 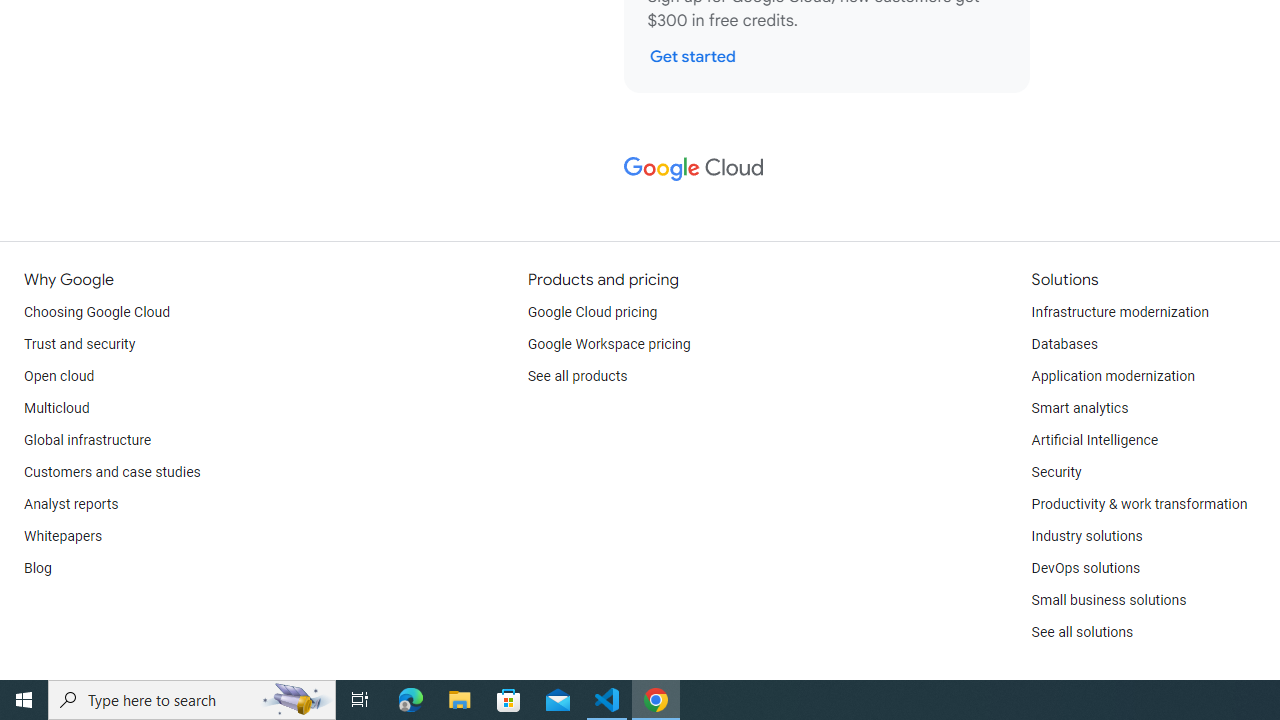 I want to click on 'DevOps solutions', so click(x=1084, y=568).